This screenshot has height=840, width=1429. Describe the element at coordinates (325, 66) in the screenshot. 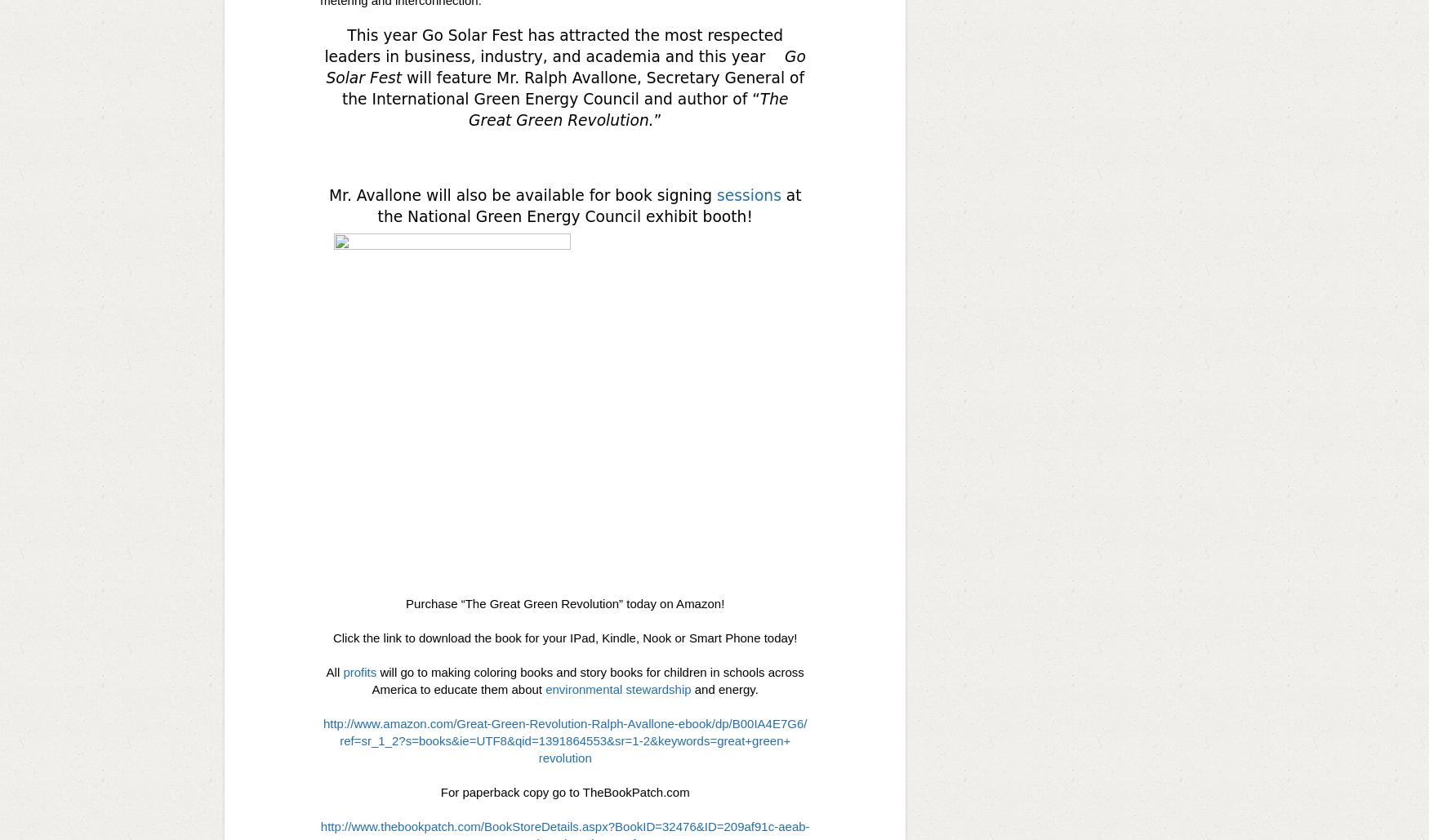

I see `'Go Solar Fest'` at that location.